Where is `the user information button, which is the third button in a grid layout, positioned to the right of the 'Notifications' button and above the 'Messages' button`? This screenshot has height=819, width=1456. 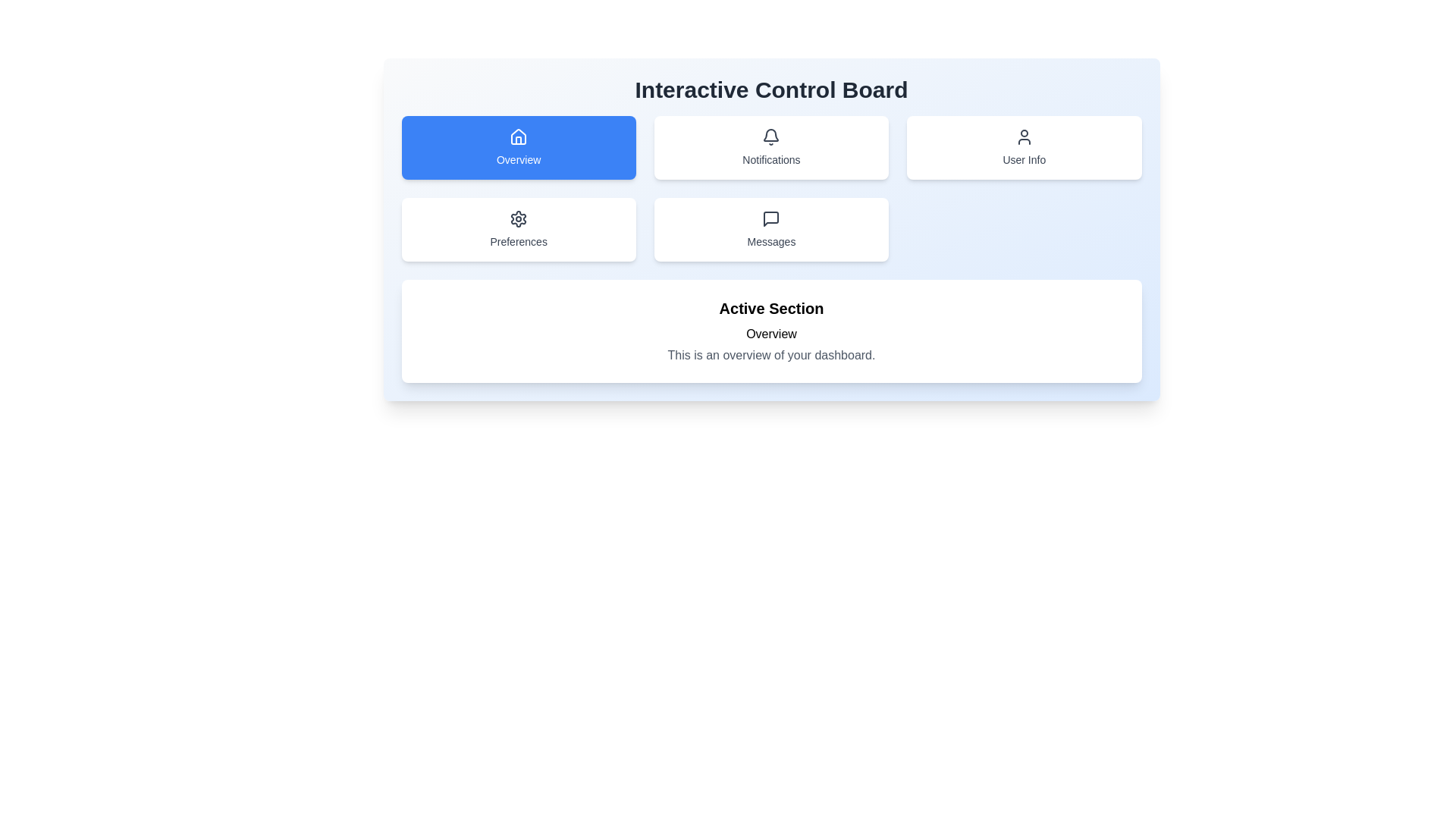 the user information button, which is the third button in a grid layout, positioned to the right of the 'Notifications' button and above the 'Messages' button is located at coordinates (1024, 148).